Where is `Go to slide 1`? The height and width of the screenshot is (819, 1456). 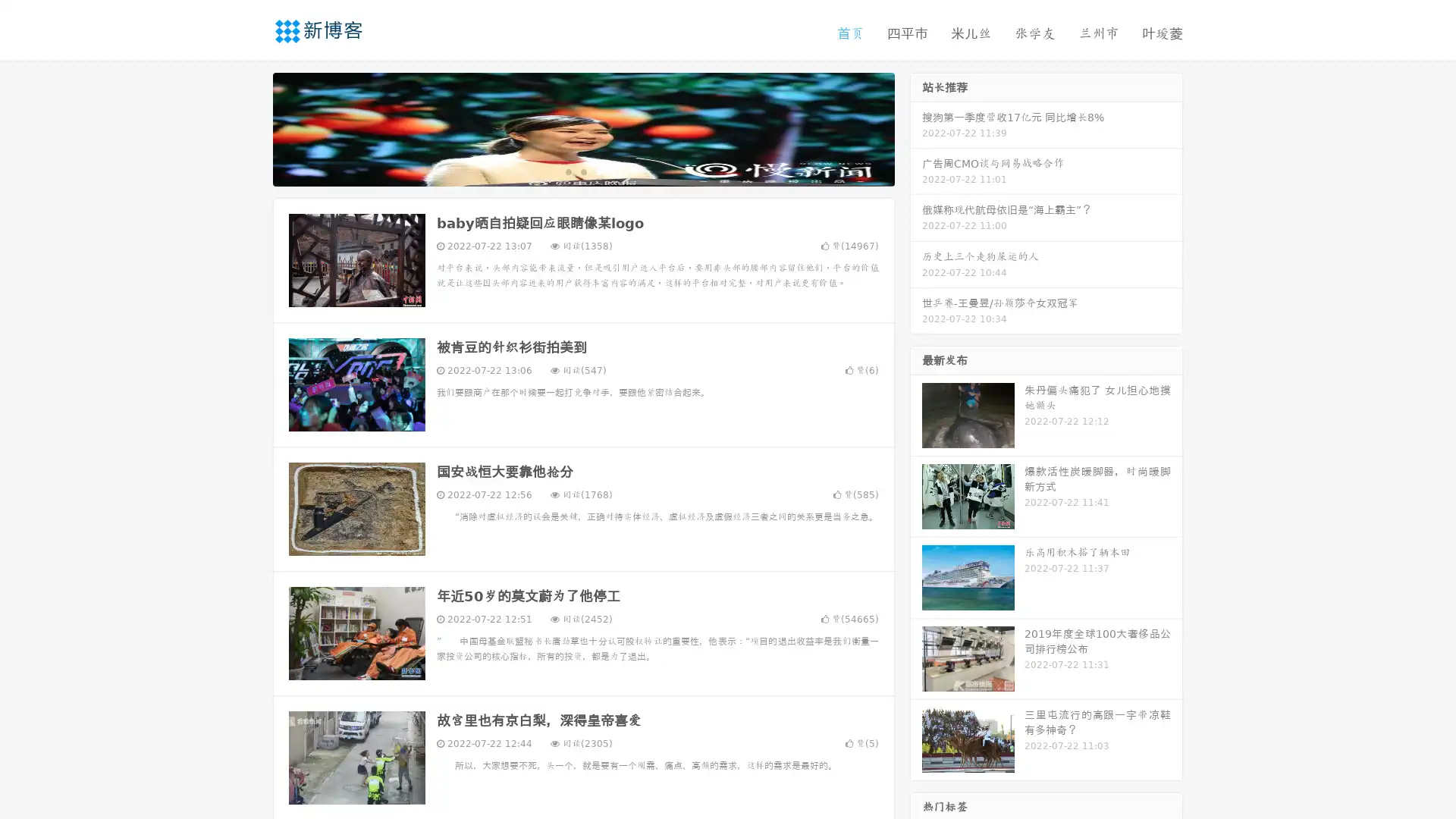 Go to slide 1 is located at coordinates (567, 171).